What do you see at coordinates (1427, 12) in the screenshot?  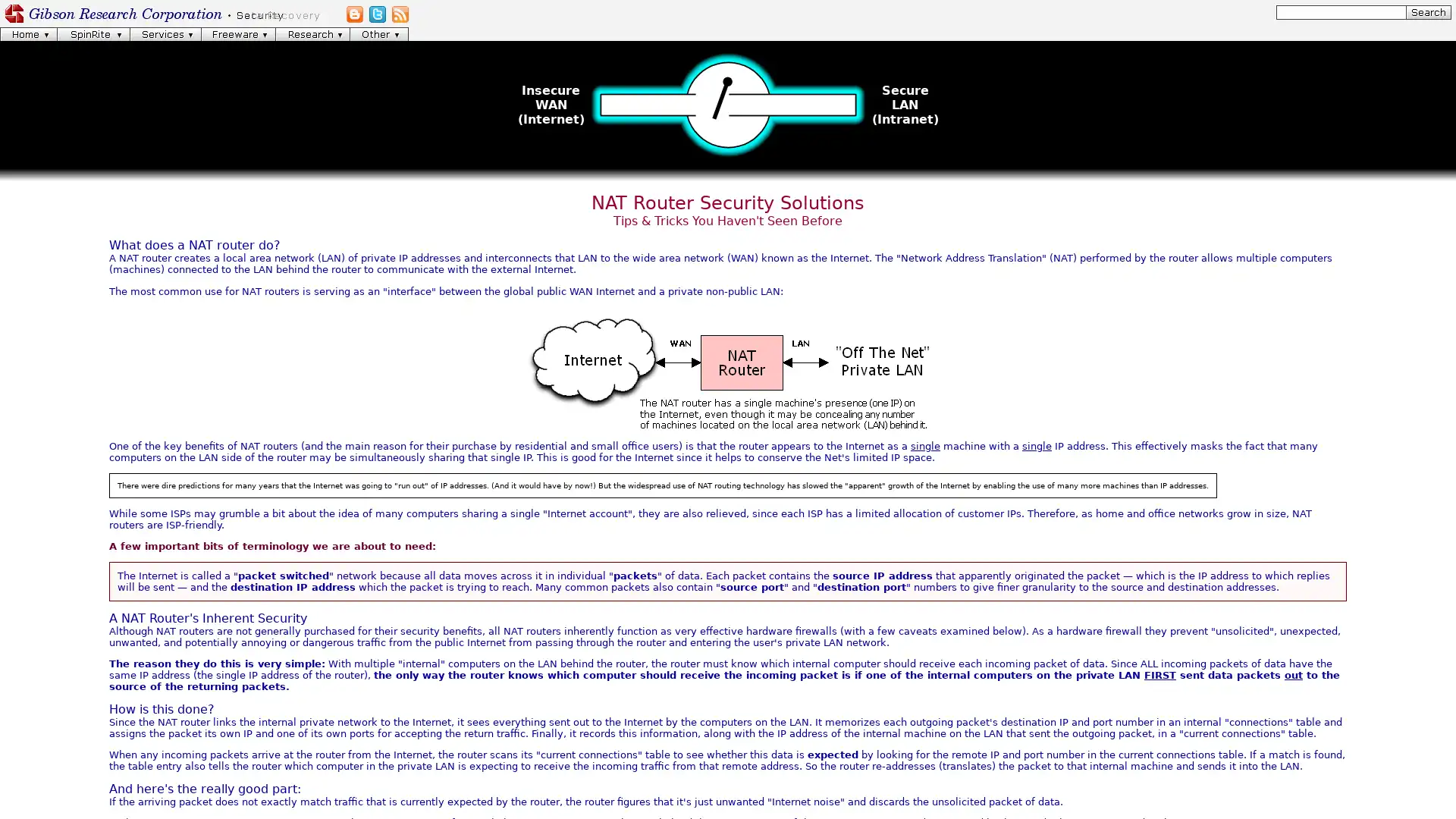 I see `[Search]` at bounding box center [1427, 12].